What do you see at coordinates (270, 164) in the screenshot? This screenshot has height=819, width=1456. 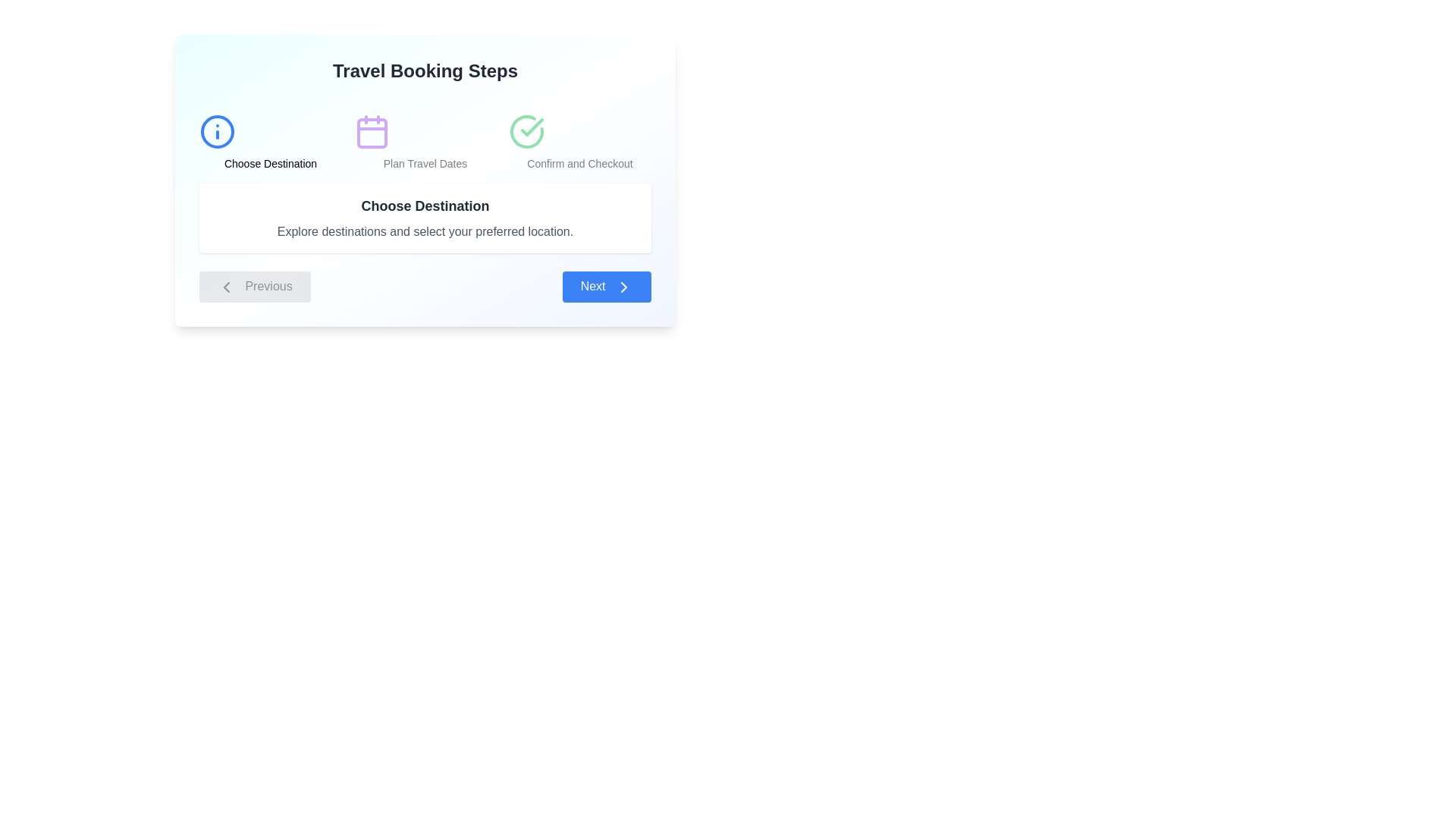 I see `the text label reading 'Choose Destination' to trigger potential tooltip or highlight effects` at bounding box center [270, 164].